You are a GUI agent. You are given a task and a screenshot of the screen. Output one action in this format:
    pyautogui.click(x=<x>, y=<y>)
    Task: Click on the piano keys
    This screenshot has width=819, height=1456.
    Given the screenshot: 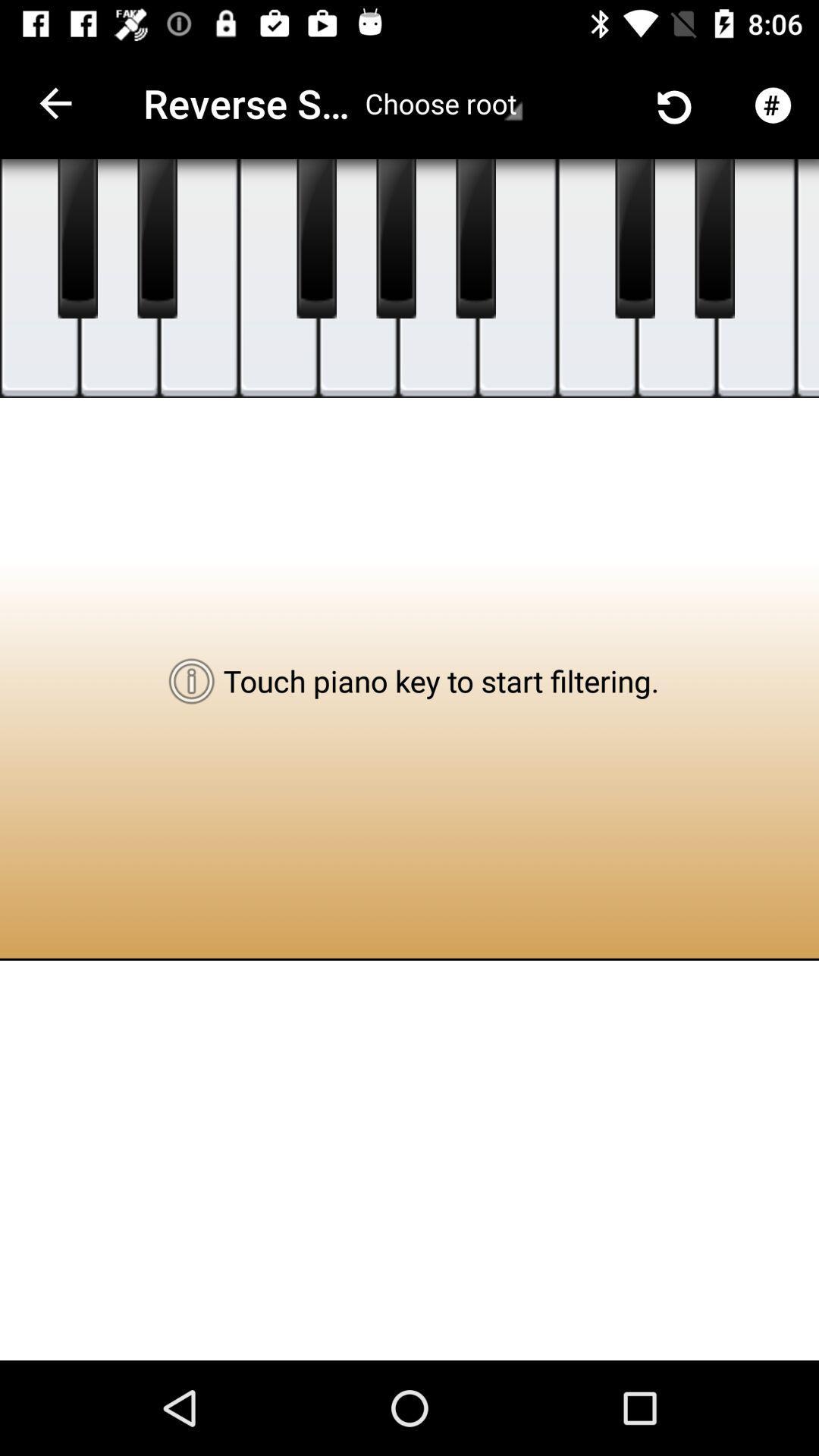 What is the action you would take?
    pyautogui.click(x=358, y=278)
    